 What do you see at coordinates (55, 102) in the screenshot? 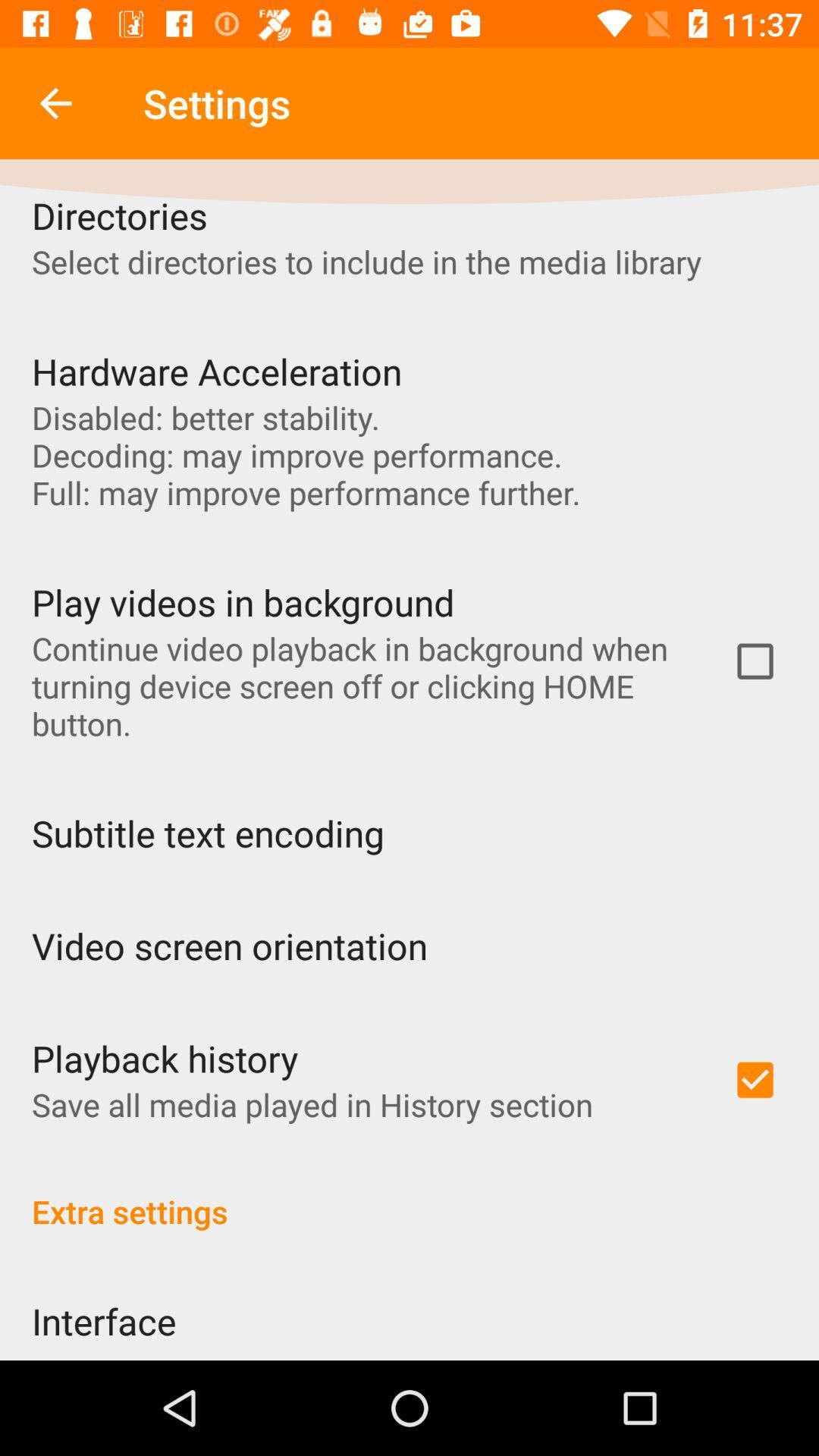
I see `the item to the left of the settings app` at bounding box center [55, 102].